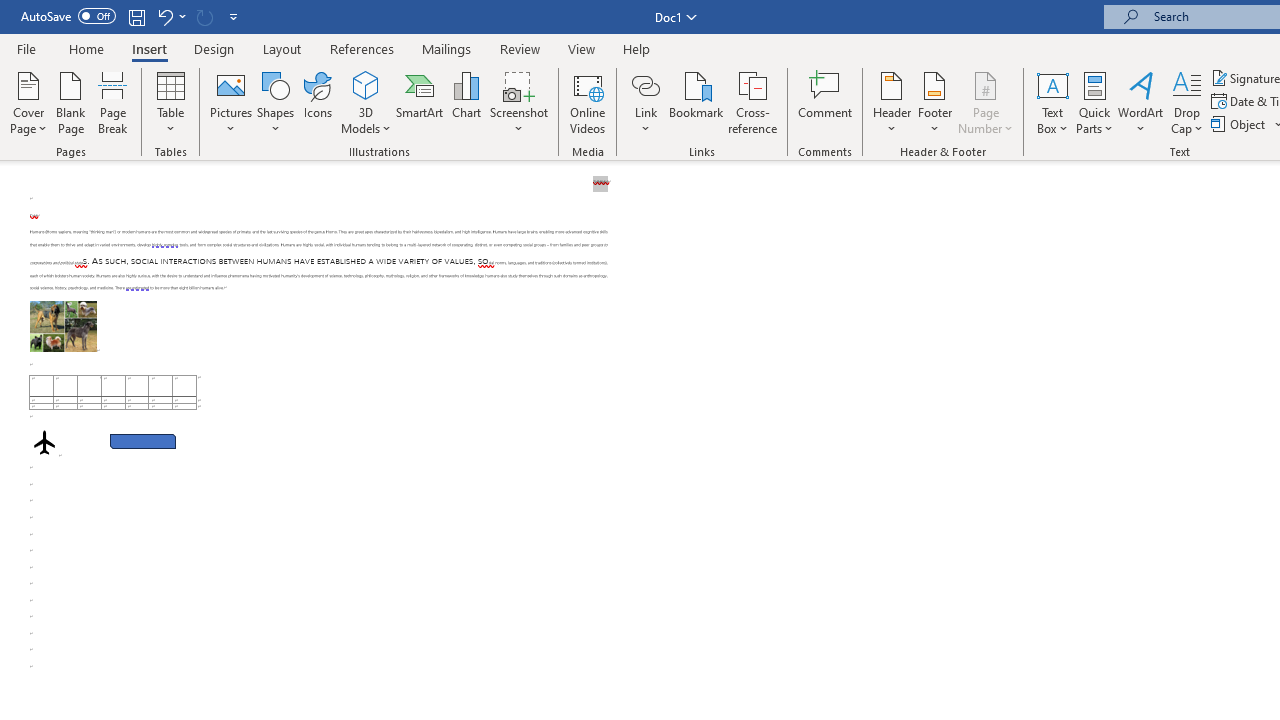 This screenshot has width=1280, height=720. What do you see at coordinates (520, 48) in the screenshot?
I see `'Review'` at bounding box center [520, 48].